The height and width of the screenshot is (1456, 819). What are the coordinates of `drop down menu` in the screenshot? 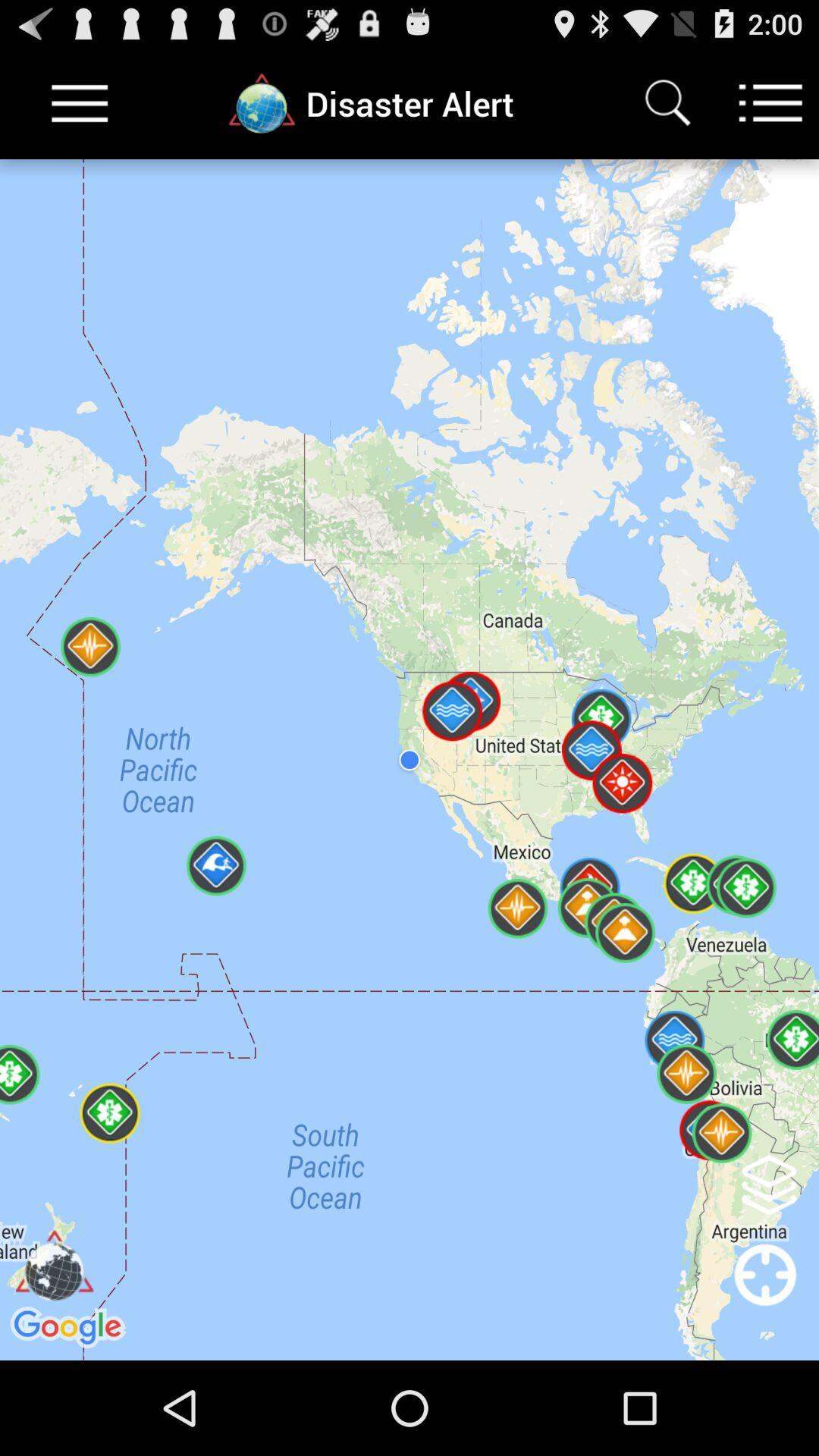 It's located at (80, 102).